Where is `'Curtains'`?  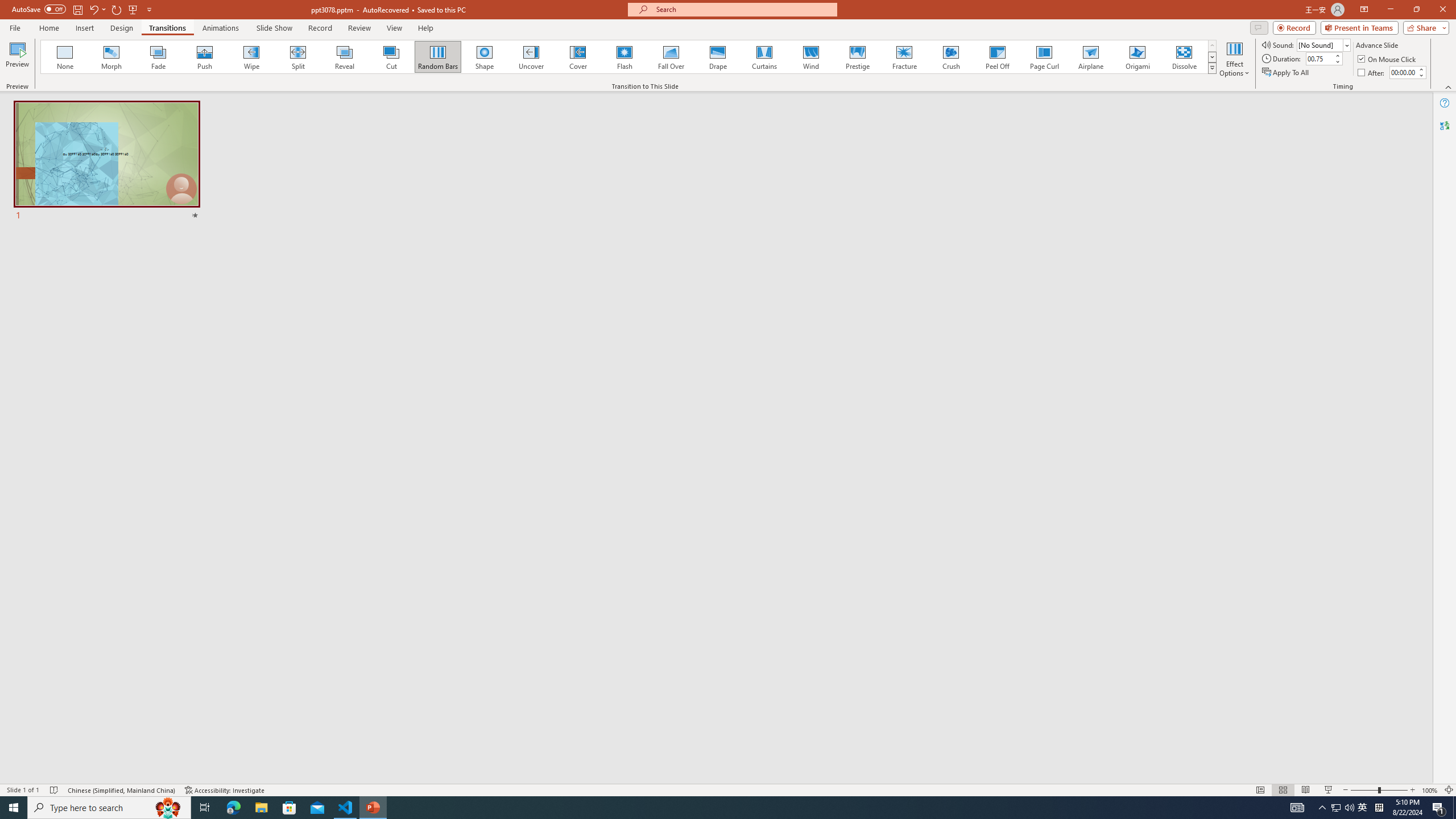 'Curtains' is located at coordinates (764, 56).